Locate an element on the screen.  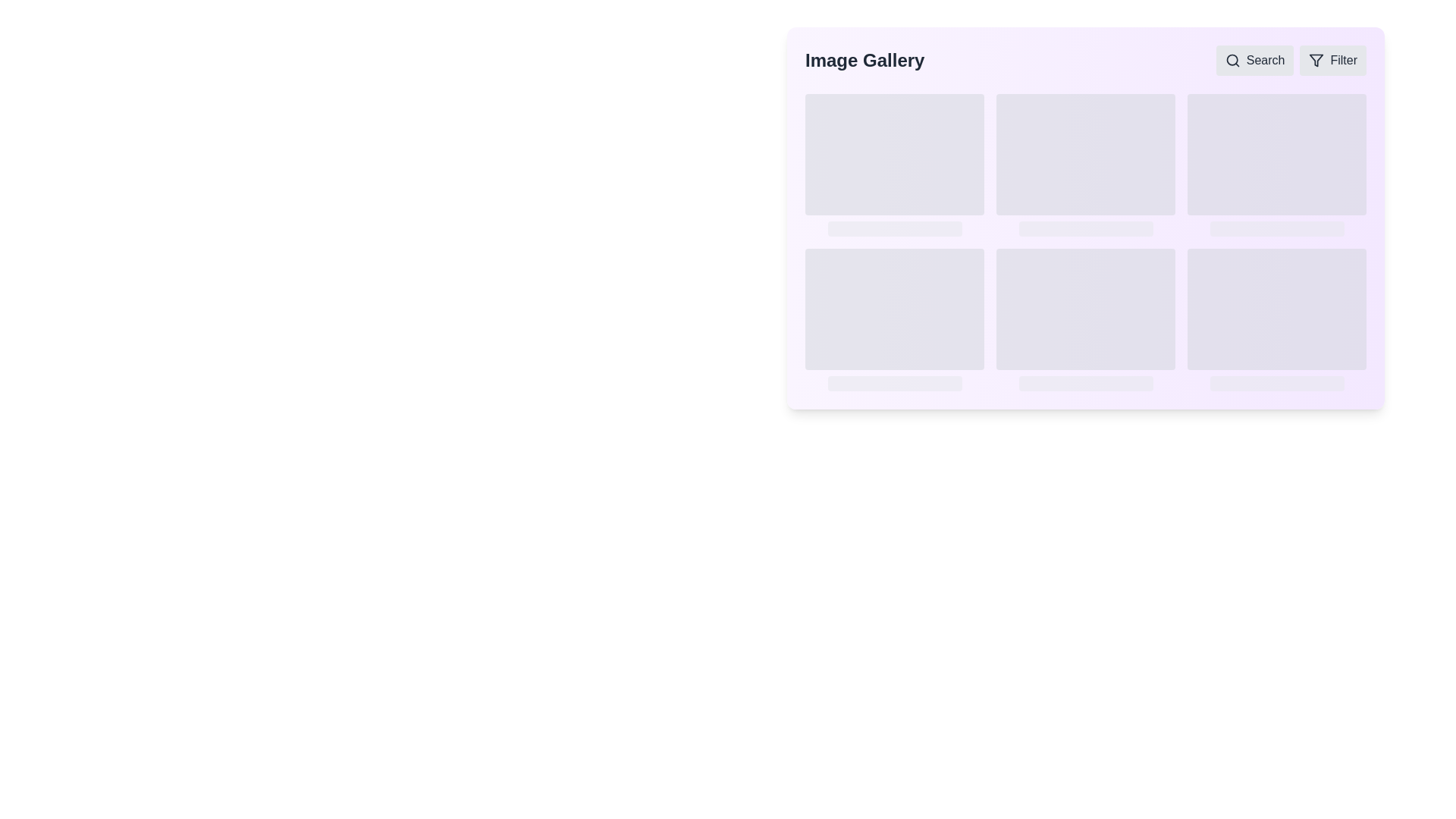
the search icon located within the 'Search' button in the top-right corner of the interface is located at coordinates (1232, 60).